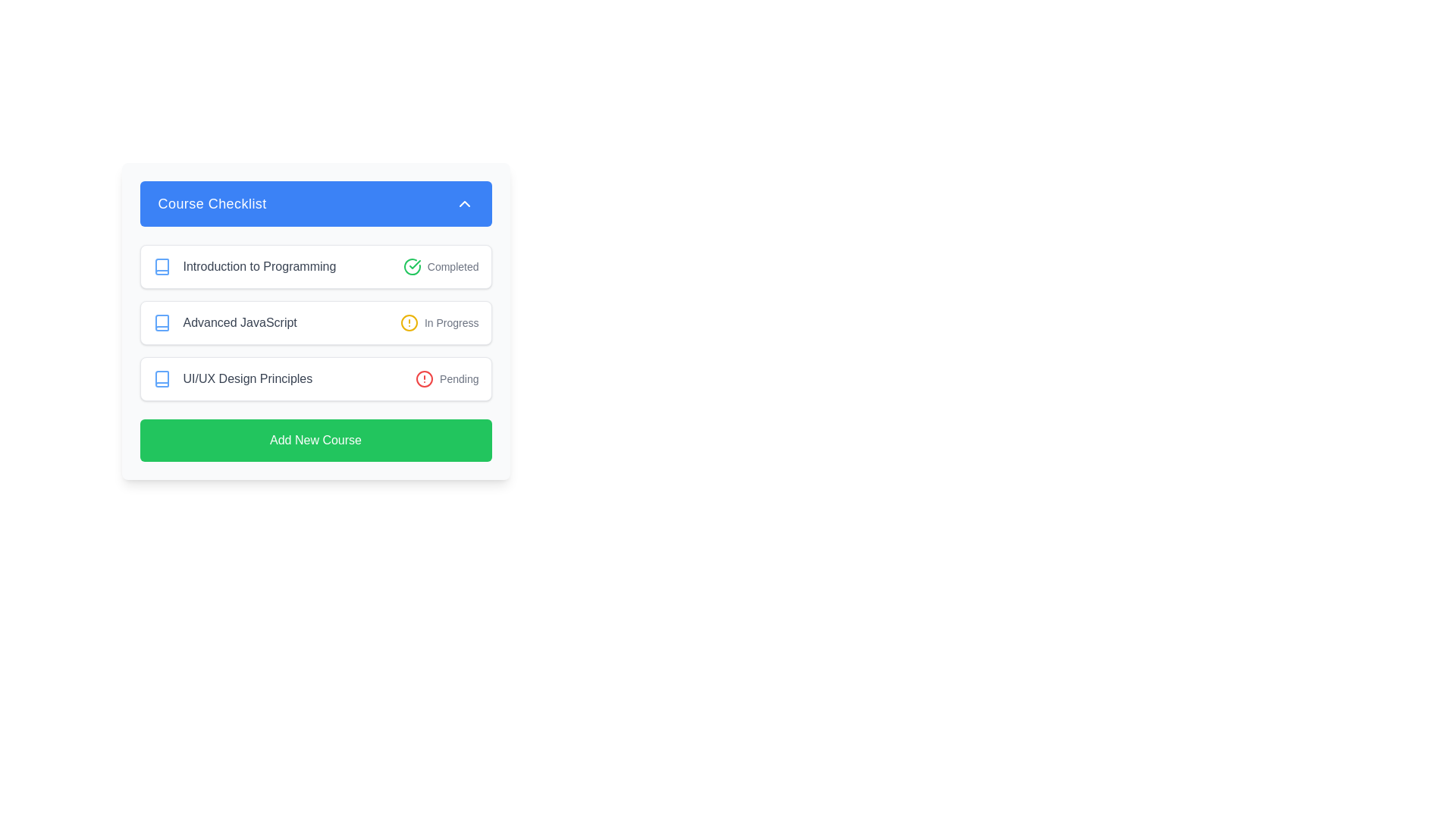  Describe the element at coordinates (162, 265) in the screenshot. I see `the book icon representing the course material for 'Introduction to Programming' located to the left of the course title in the 'Course Checklist' section` at that location.